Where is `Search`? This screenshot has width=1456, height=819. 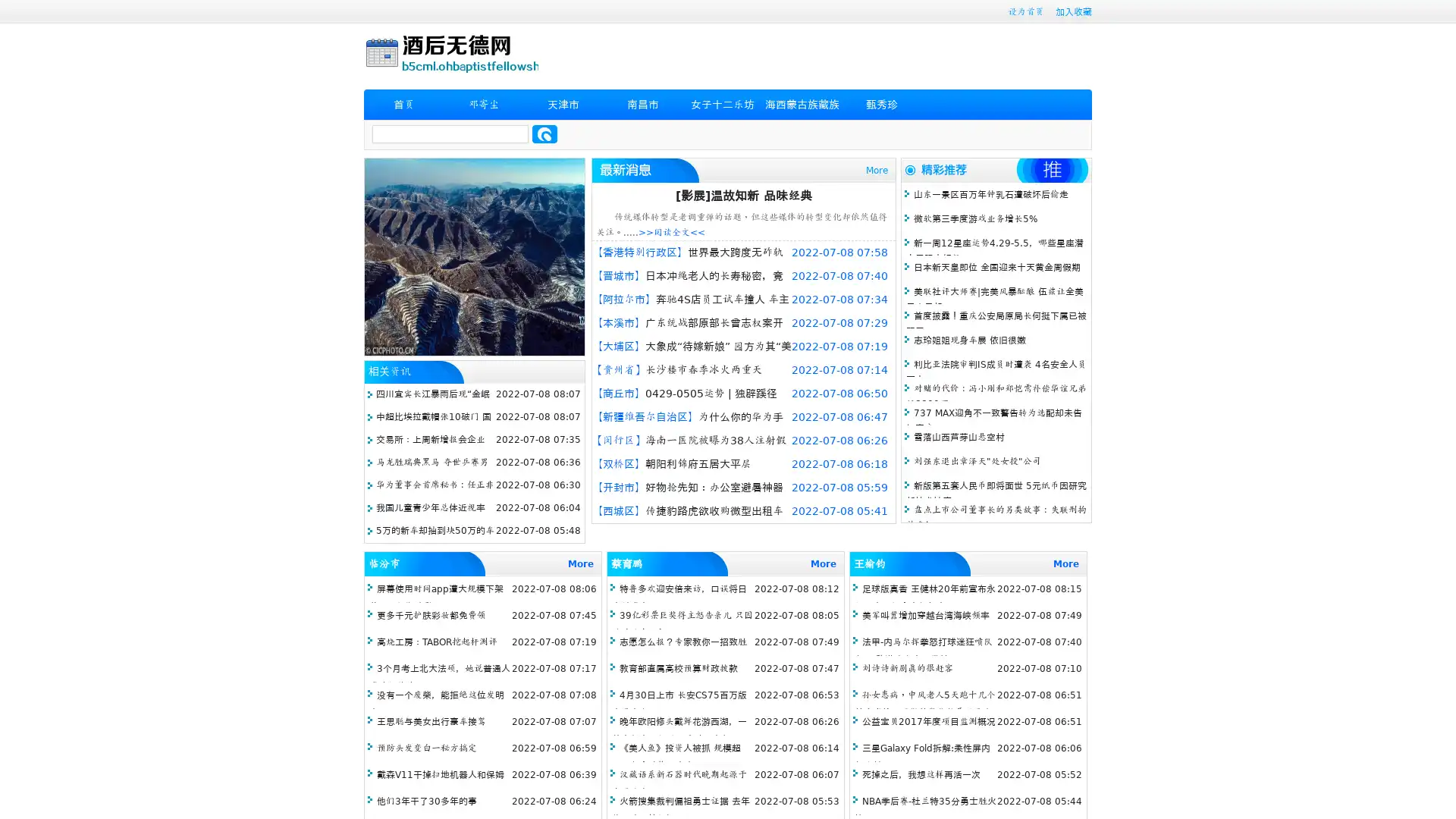 Search is located at coordinates (544, 133).